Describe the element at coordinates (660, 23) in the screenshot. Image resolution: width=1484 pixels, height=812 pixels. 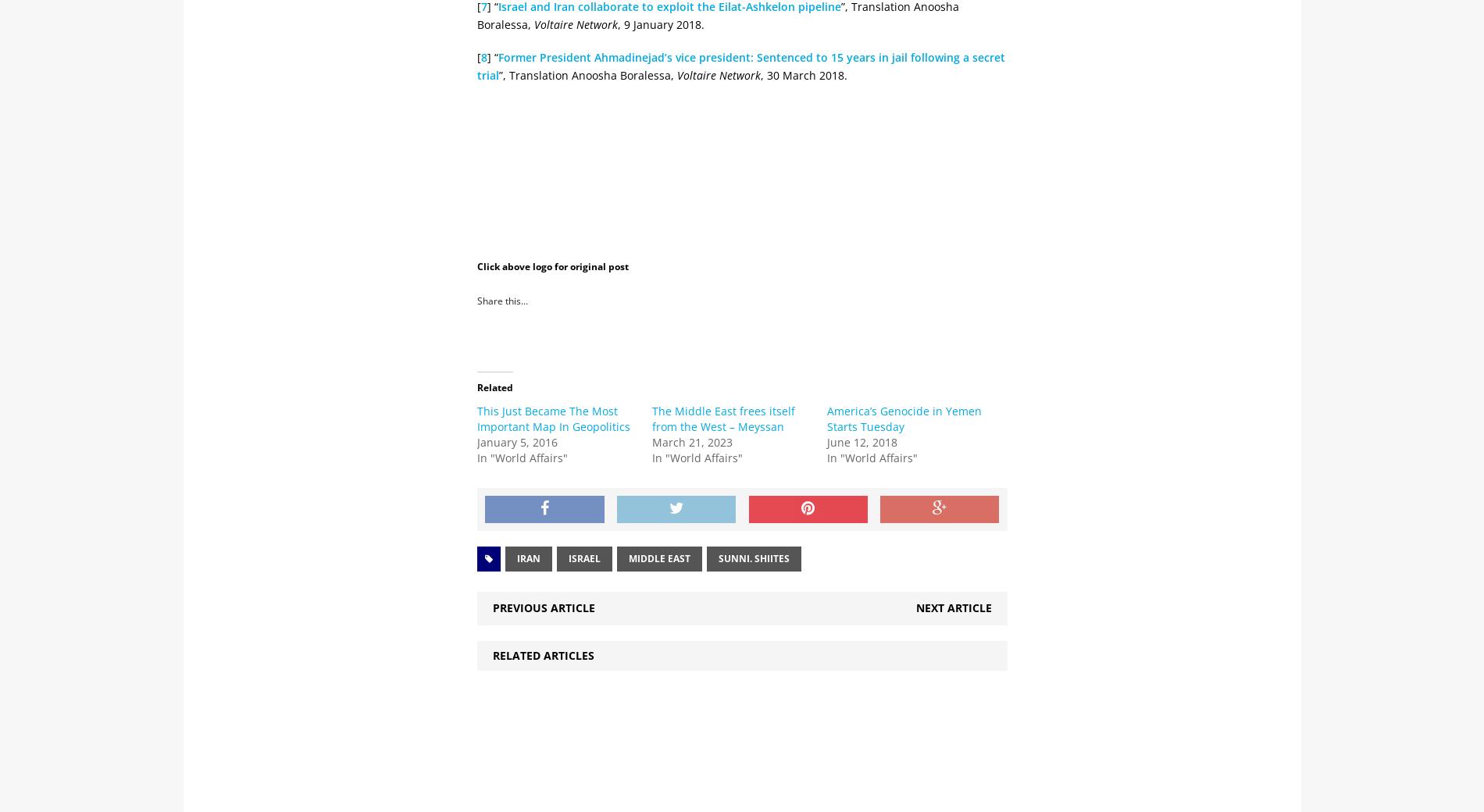
I see `', 9 January 2018.'` at that location.